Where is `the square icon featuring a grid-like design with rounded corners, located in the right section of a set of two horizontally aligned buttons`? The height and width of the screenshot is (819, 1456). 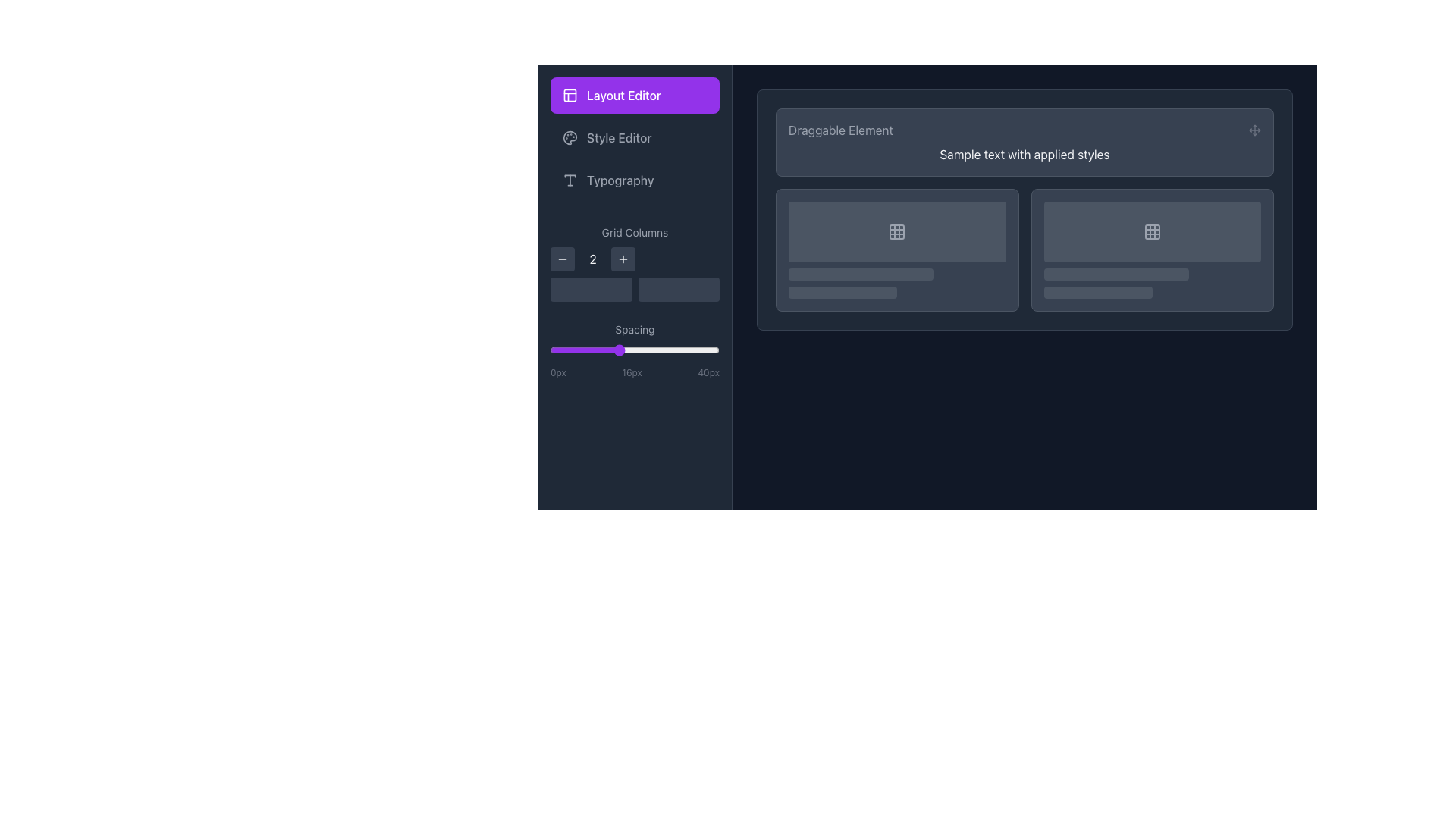 the square icon featuring a grid-like design with rounded corners, located in the right section of a set of two horizontally aligned buttons is located at coordinates (897, 231).